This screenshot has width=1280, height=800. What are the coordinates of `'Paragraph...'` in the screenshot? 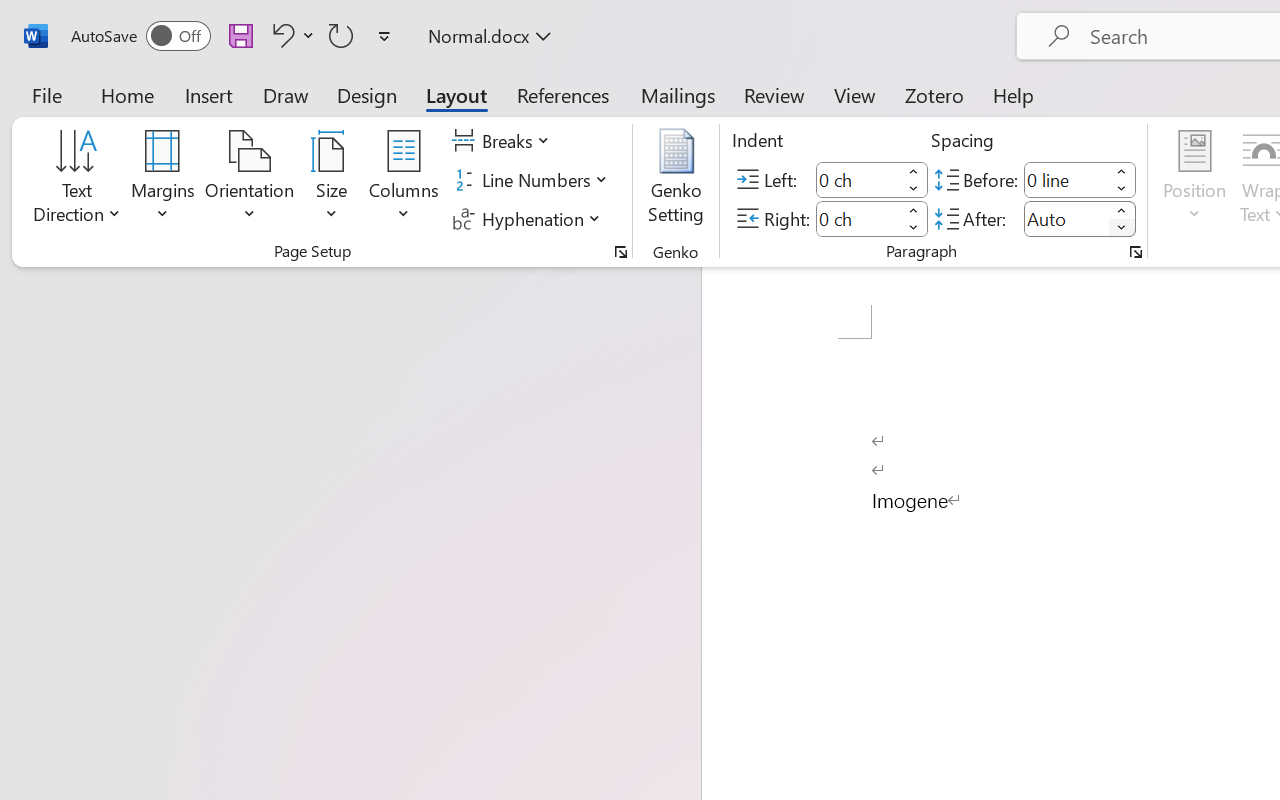 It's located at (1136, 251).